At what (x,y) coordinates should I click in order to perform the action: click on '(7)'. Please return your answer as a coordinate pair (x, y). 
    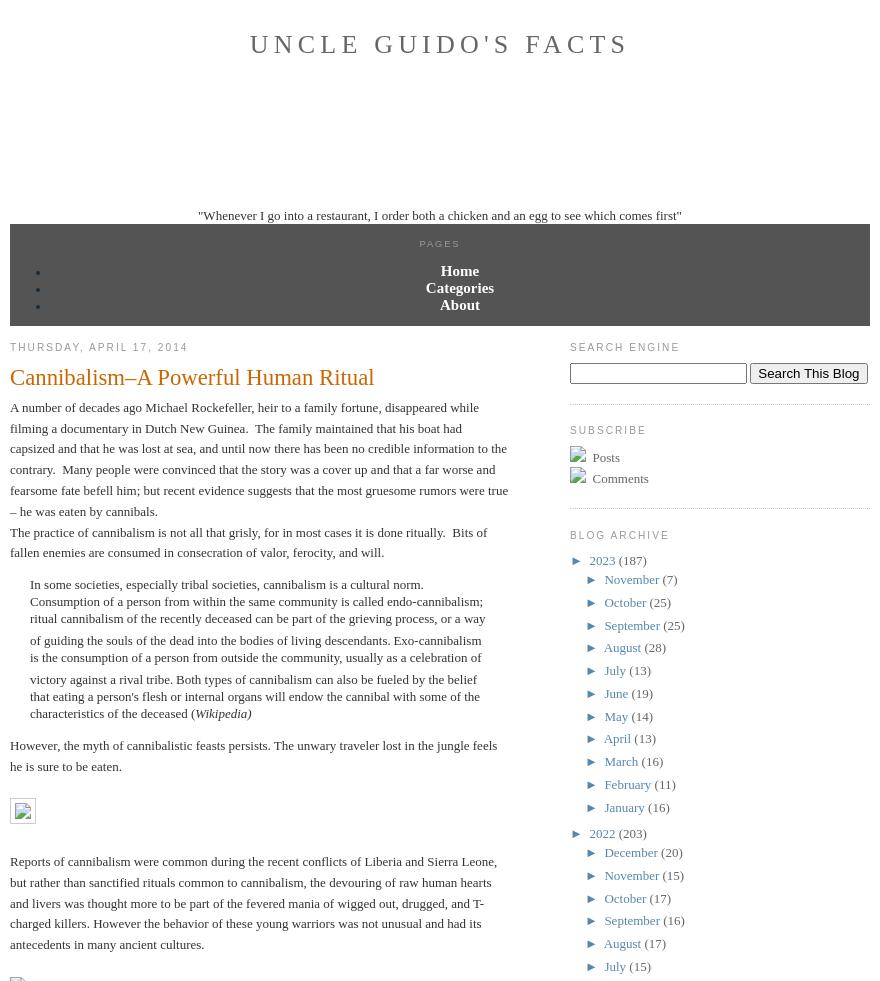
    Looking at the image, I should click on (668, 579).